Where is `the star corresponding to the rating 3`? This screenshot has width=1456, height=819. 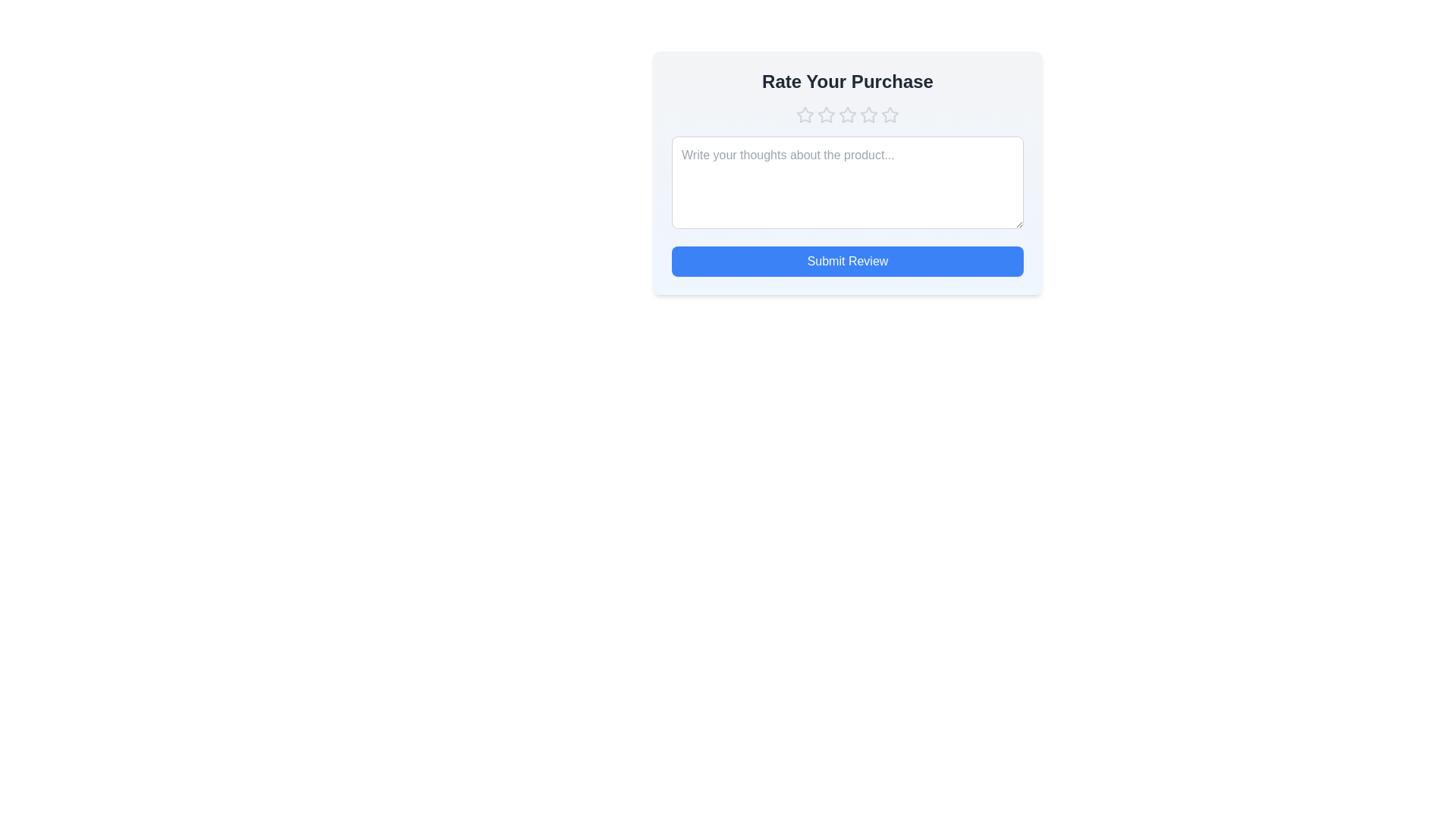 the star corresponding to the rating 3 is located at coordinates (847, 114).